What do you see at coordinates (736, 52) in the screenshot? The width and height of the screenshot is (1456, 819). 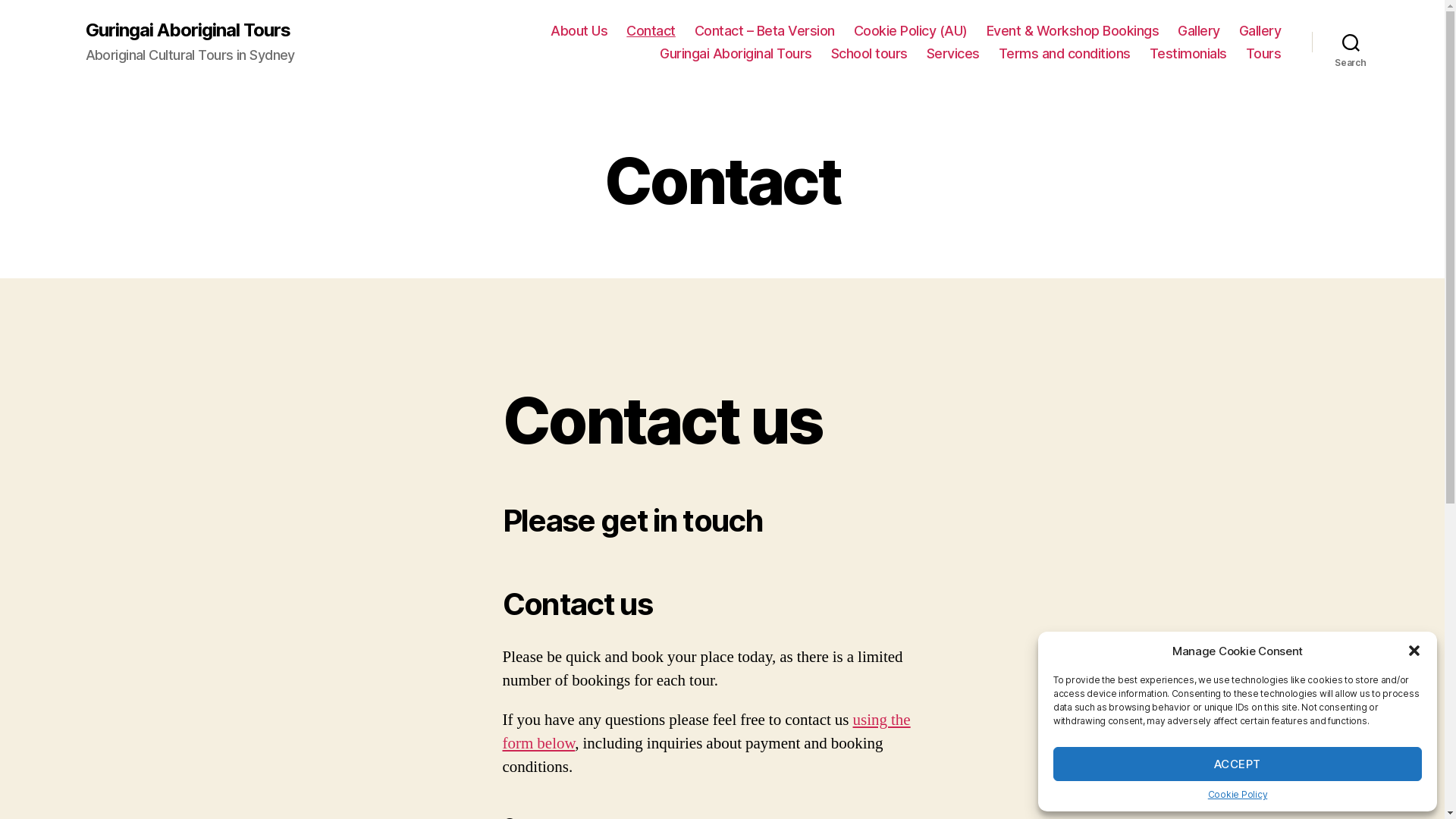 I see `'Guringai Aboriginal Tours'` at bounding box center [736, 52].